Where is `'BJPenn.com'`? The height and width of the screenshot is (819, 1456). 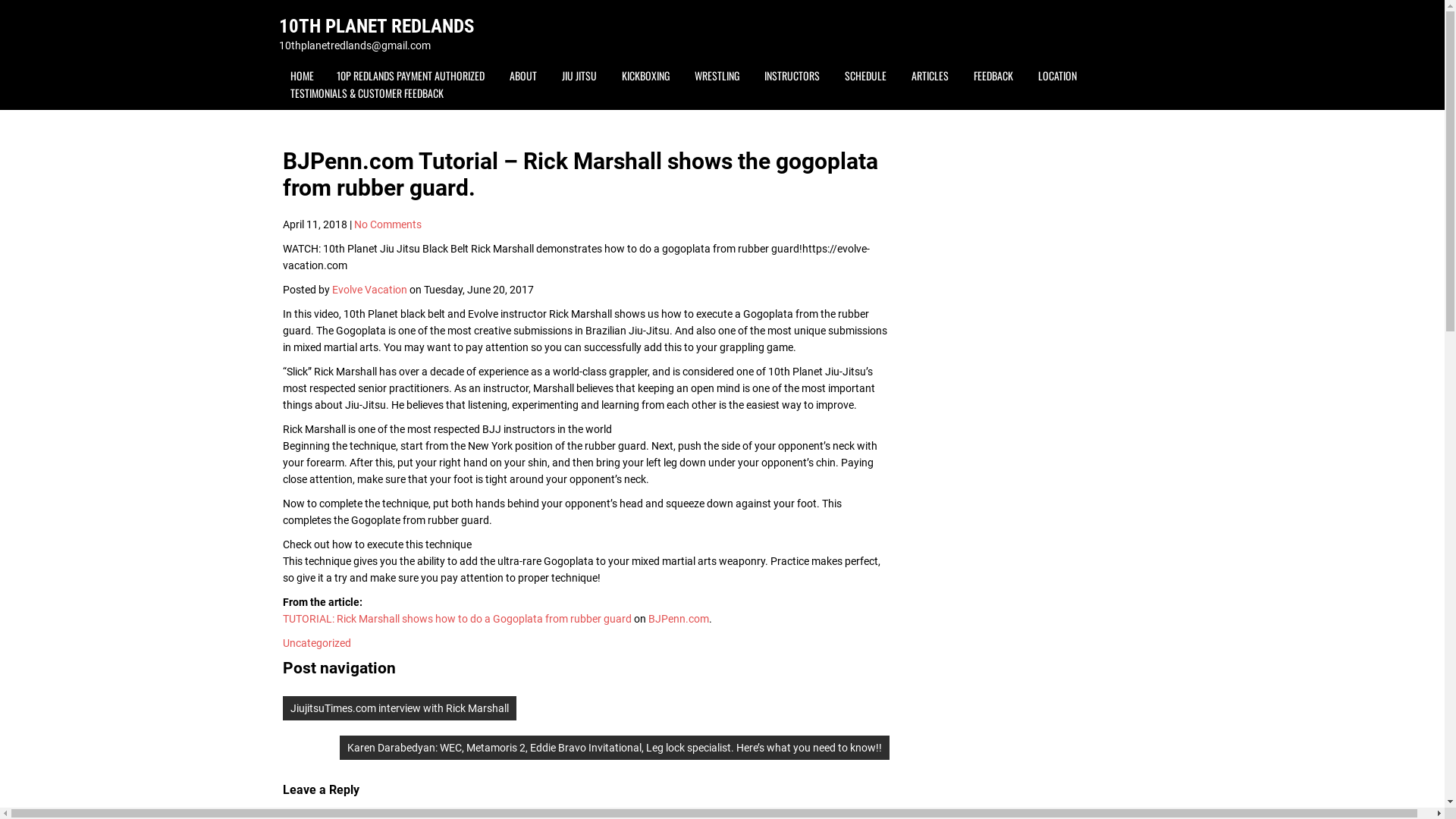
'BJPenn.com' is located at coordinates (676, 619).